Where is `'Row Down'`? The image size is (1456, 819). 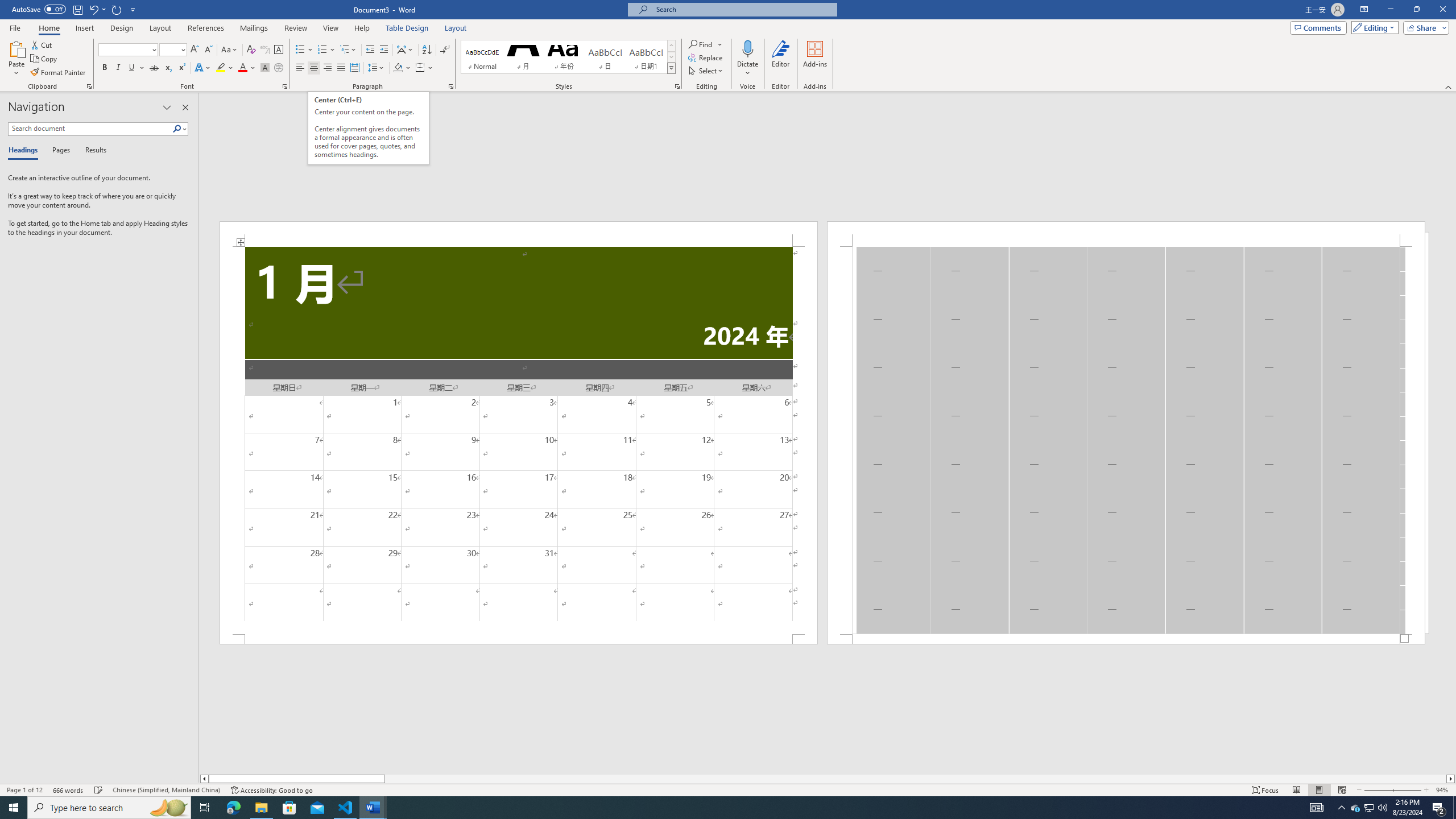
'Row Down' is located at coordinates (671, 56).